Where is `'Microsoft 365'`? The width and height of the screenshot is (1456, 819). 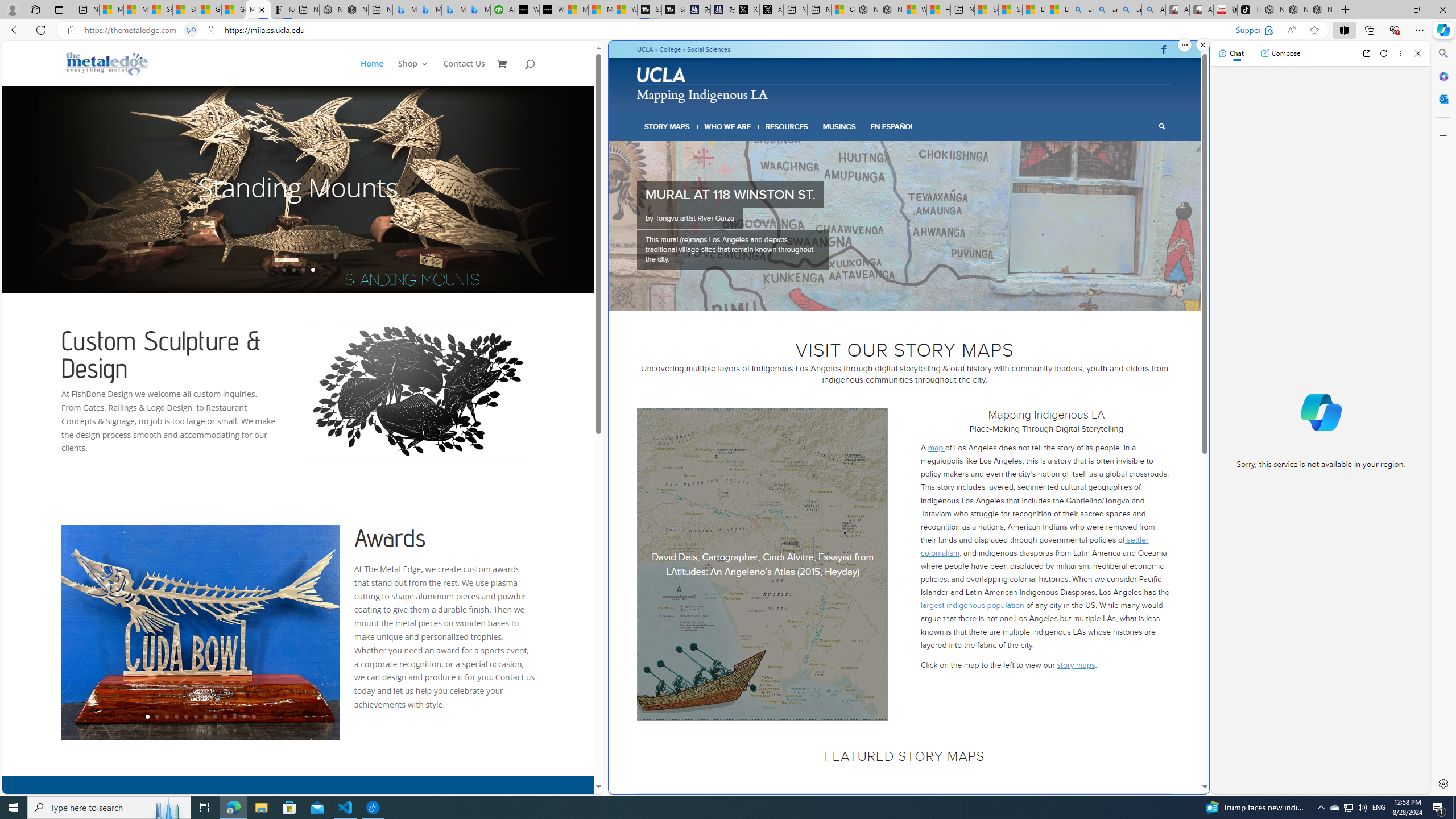
'Microsoft 365' is located at coordinates (1442, 76).